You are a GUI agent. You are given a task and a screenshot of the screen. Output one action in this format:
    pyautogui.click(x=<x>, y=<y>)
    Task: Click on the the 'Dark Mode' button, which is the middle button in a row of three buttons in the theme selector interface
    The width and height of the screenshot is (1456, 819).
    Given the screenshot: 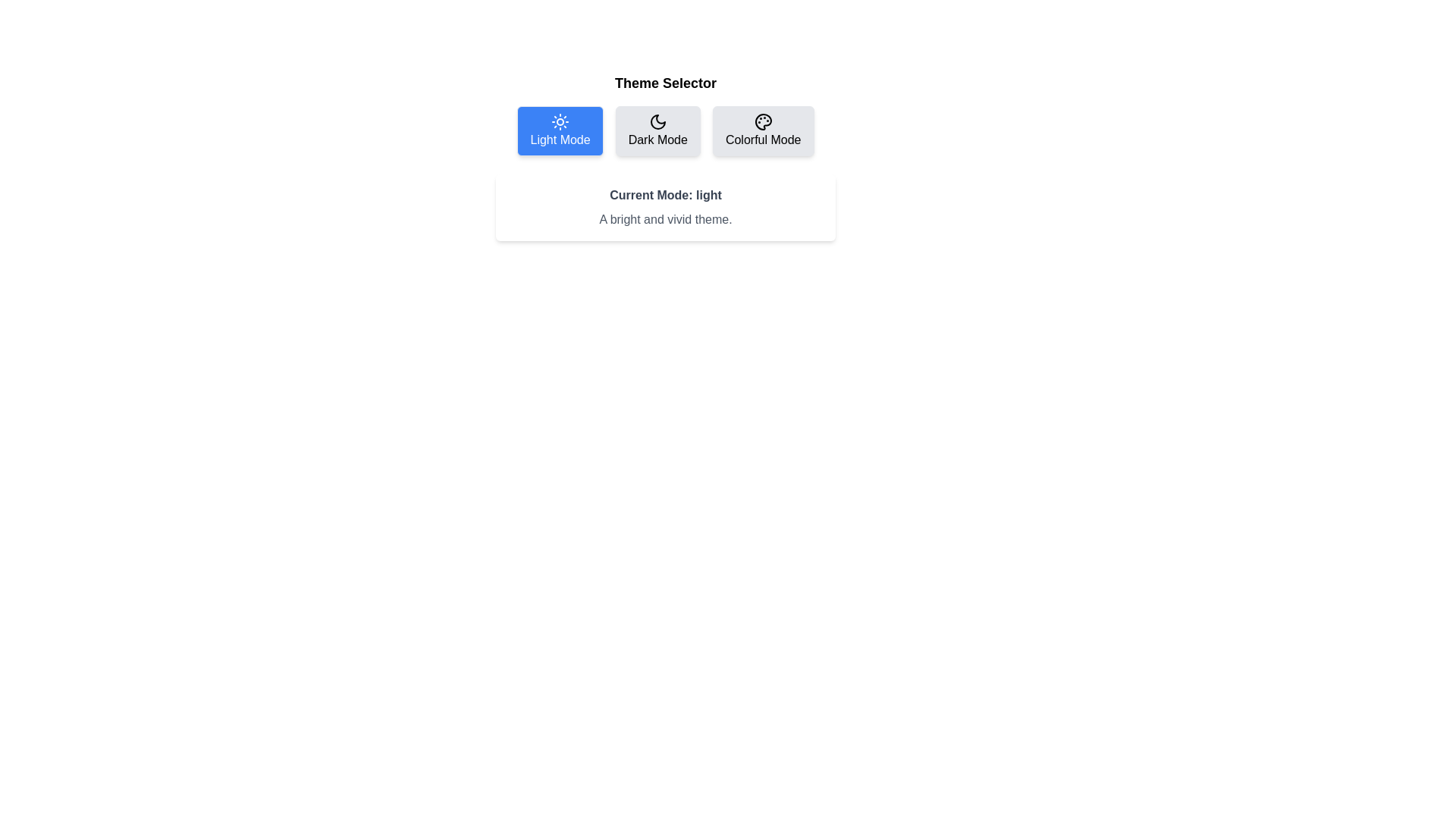 What is the action you would take?
    pyautogui.click(x=657, y=130)
    